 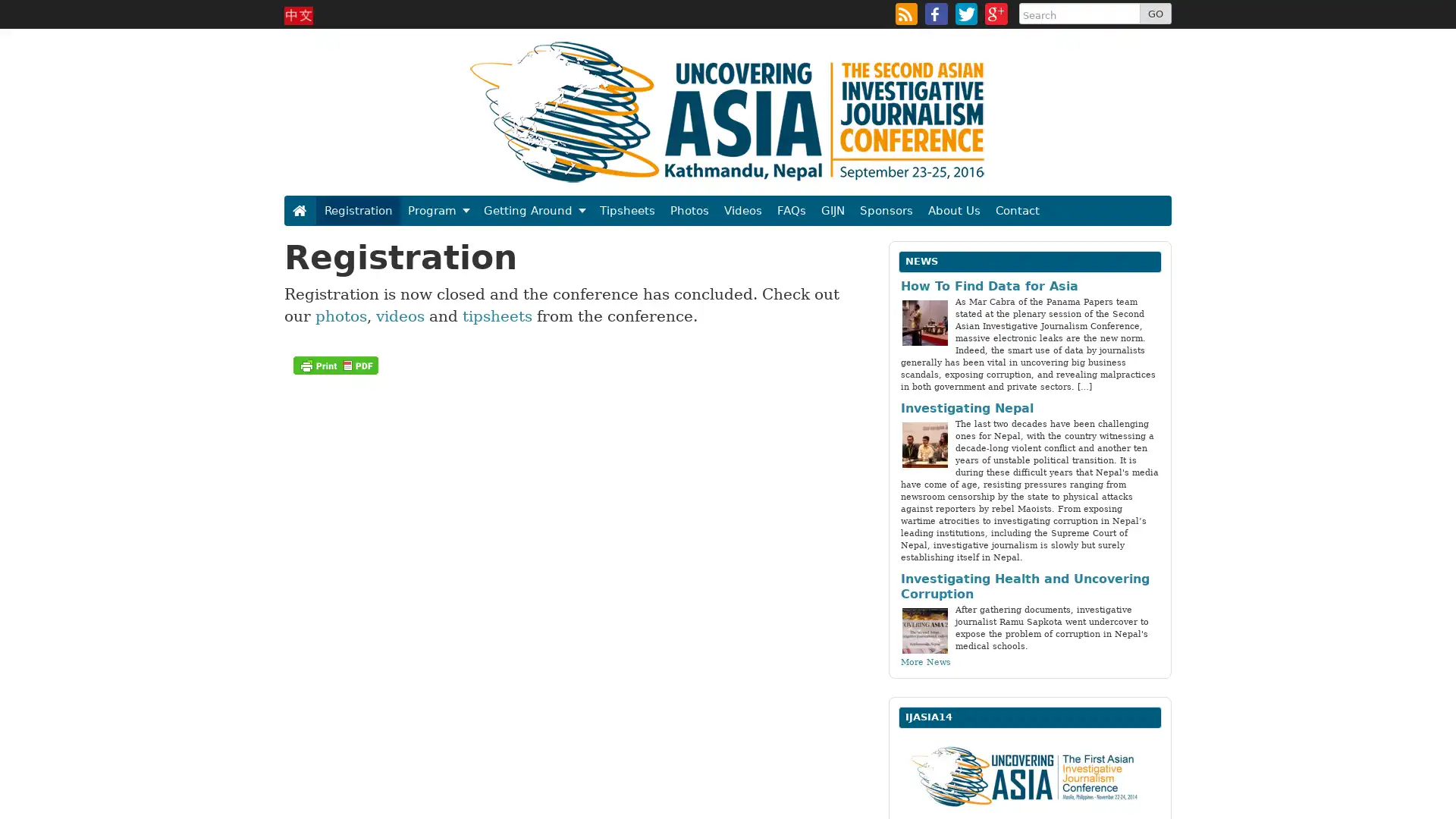 I want to click on GO, so click(x=1154, y=14).